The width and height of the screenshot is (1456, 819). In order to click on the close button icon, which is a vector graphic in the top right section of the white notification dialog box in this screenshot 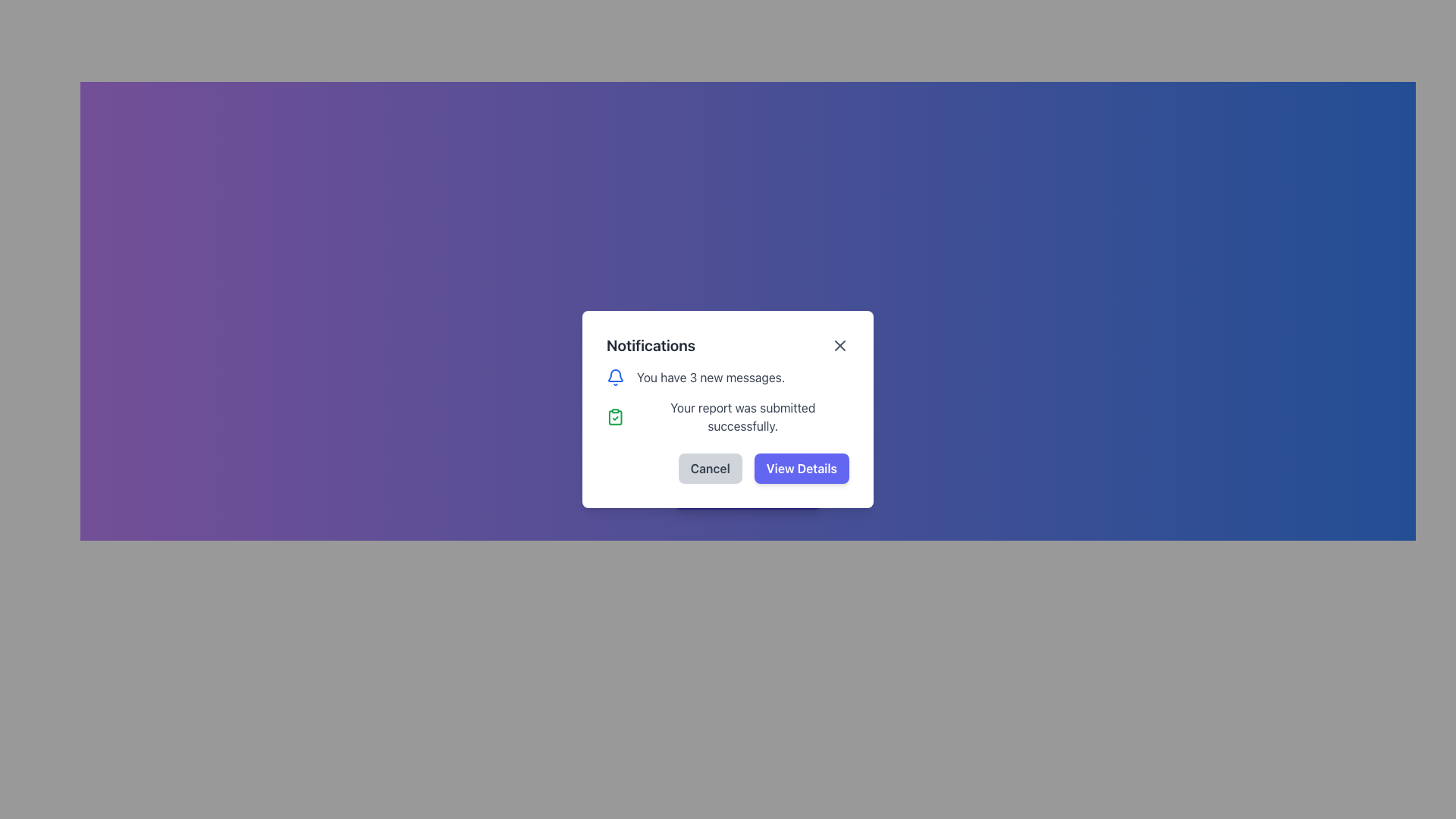, I will do `click(839, 345)`.